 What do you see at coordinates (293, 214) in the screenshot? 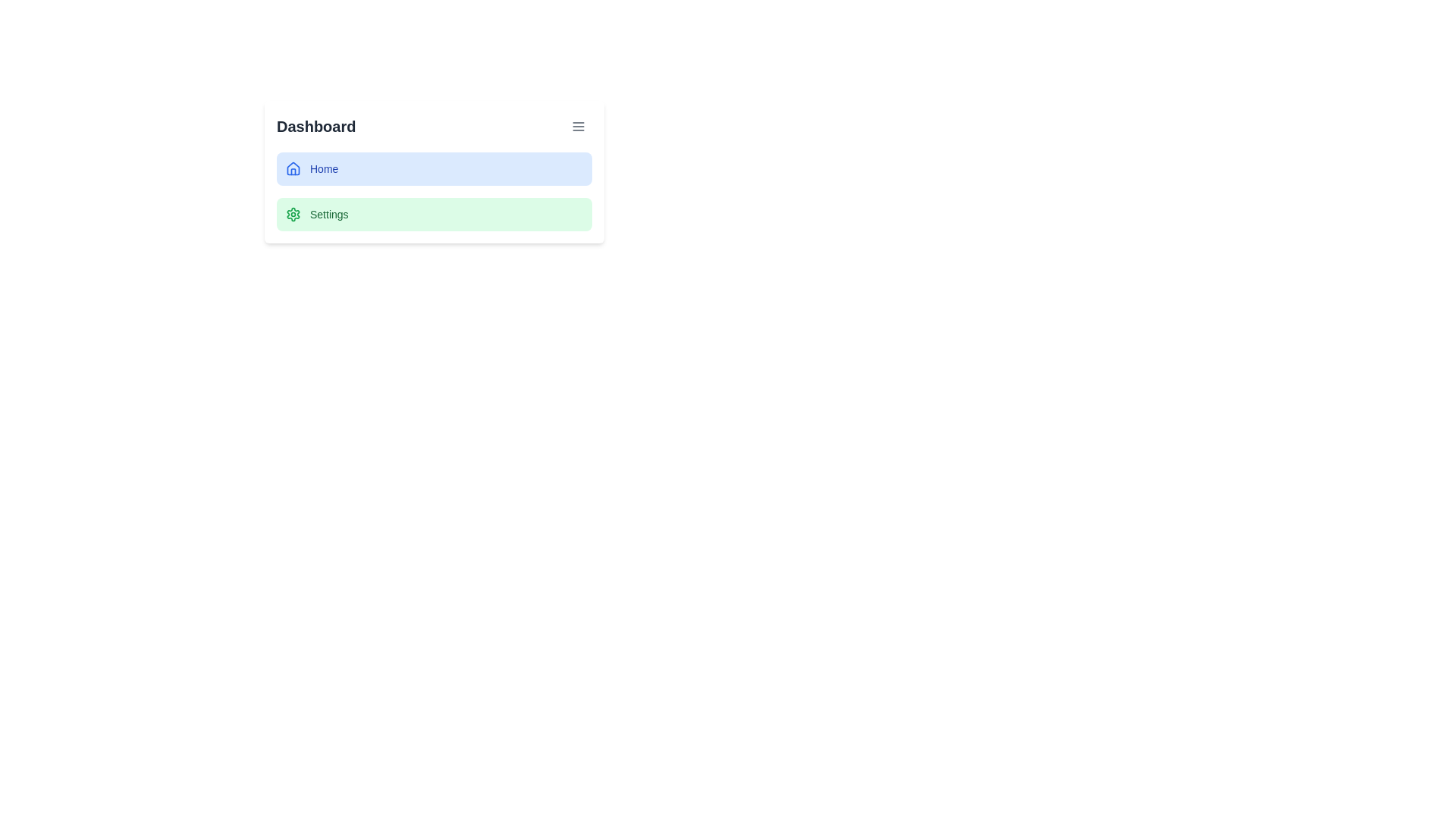
I see `the Settings icon located in the green-highlighted section of the menu, adjacent to the 'Settings' text label` at bounding box center [293, 214].